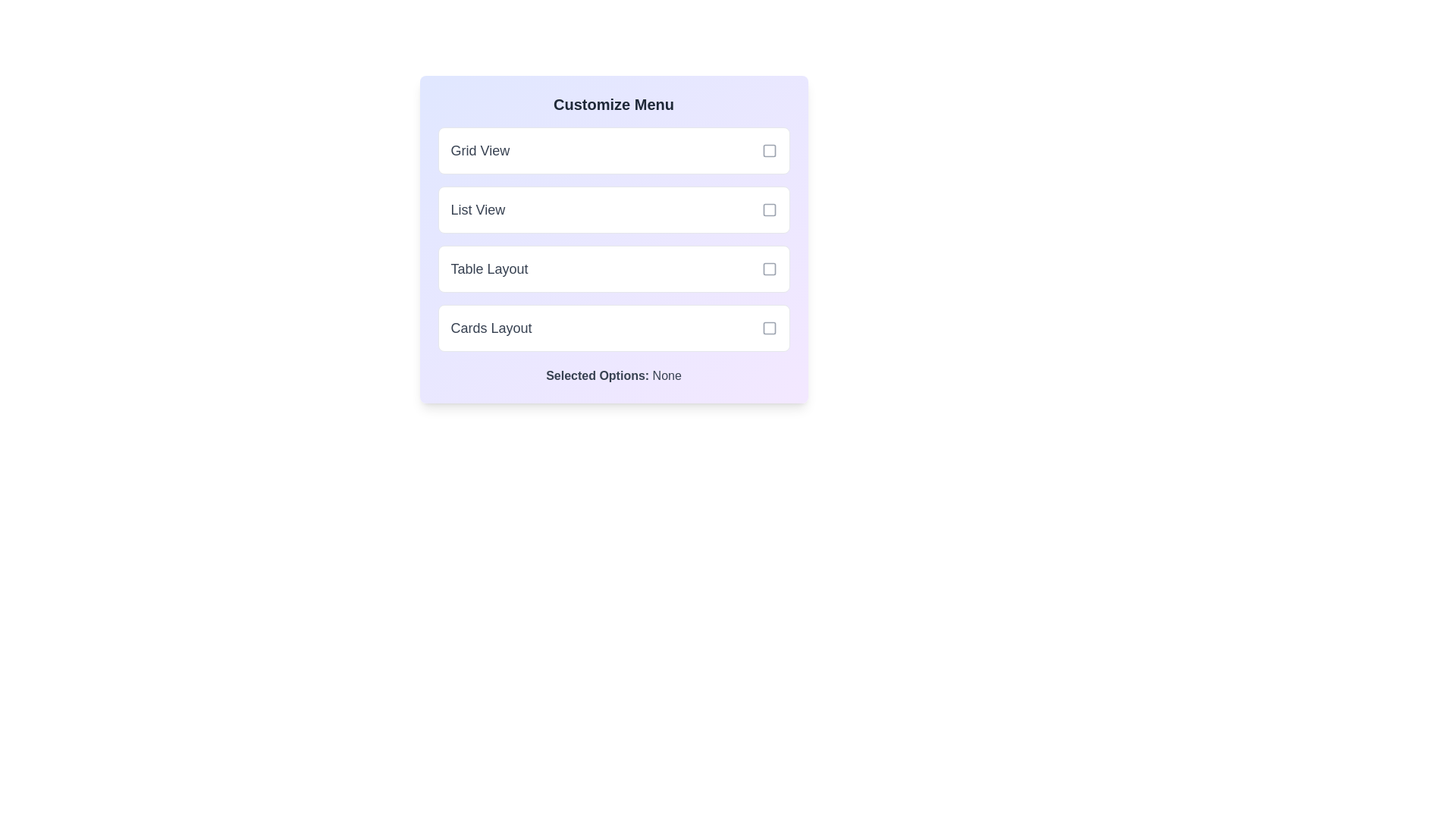 This screenshot has width=1456, height=819. What do you see at coordinates (477, 210) in the screenshot?
I see `text of the 'List View' text label, which is the second item in the vertical list of selectable menu options` at bounding box center [477, 210].